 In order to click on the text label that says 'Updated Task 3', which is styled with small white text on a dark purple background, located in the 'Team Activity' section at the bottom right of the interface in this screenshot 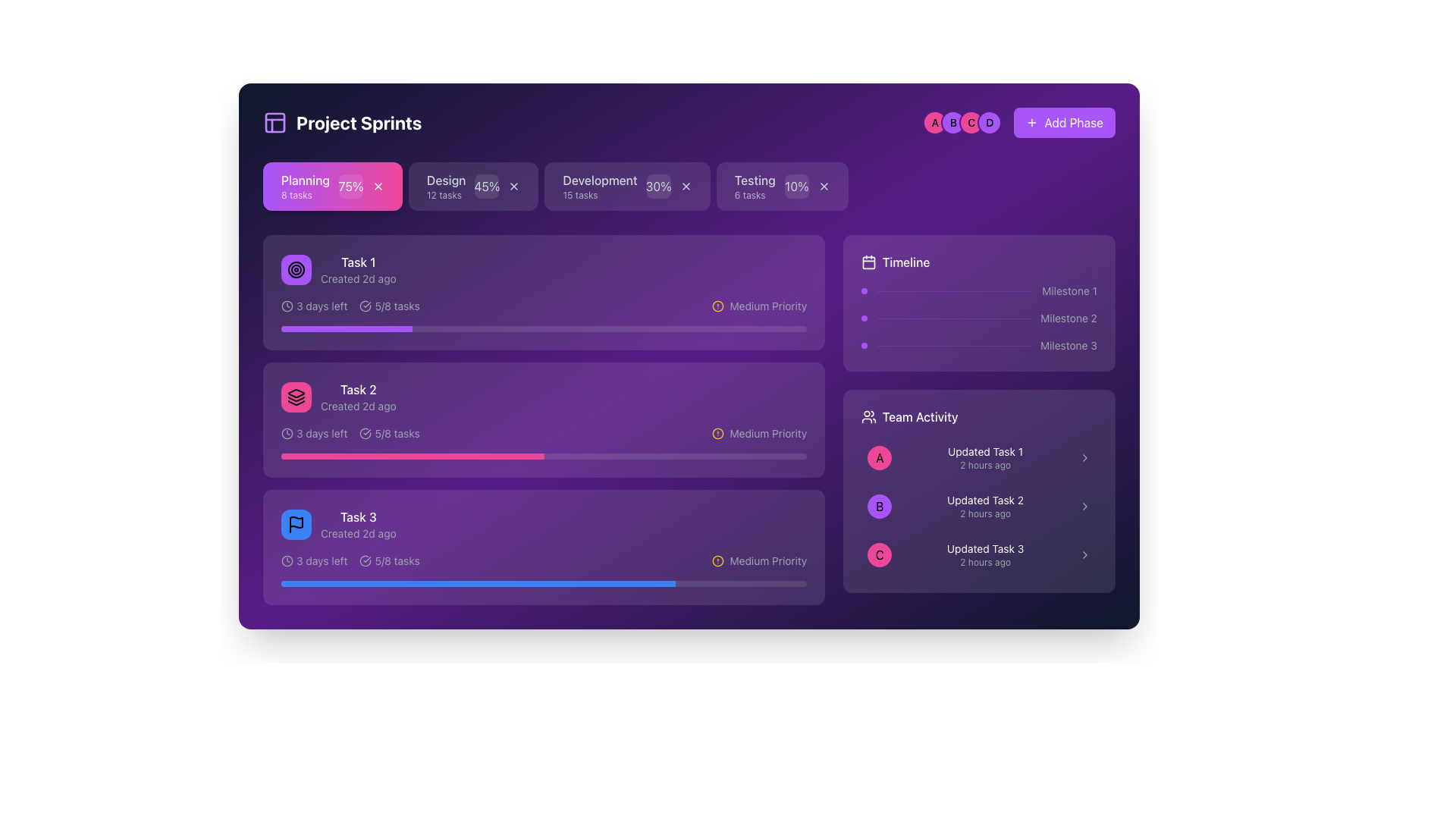, I will do `click(985, 549)`.